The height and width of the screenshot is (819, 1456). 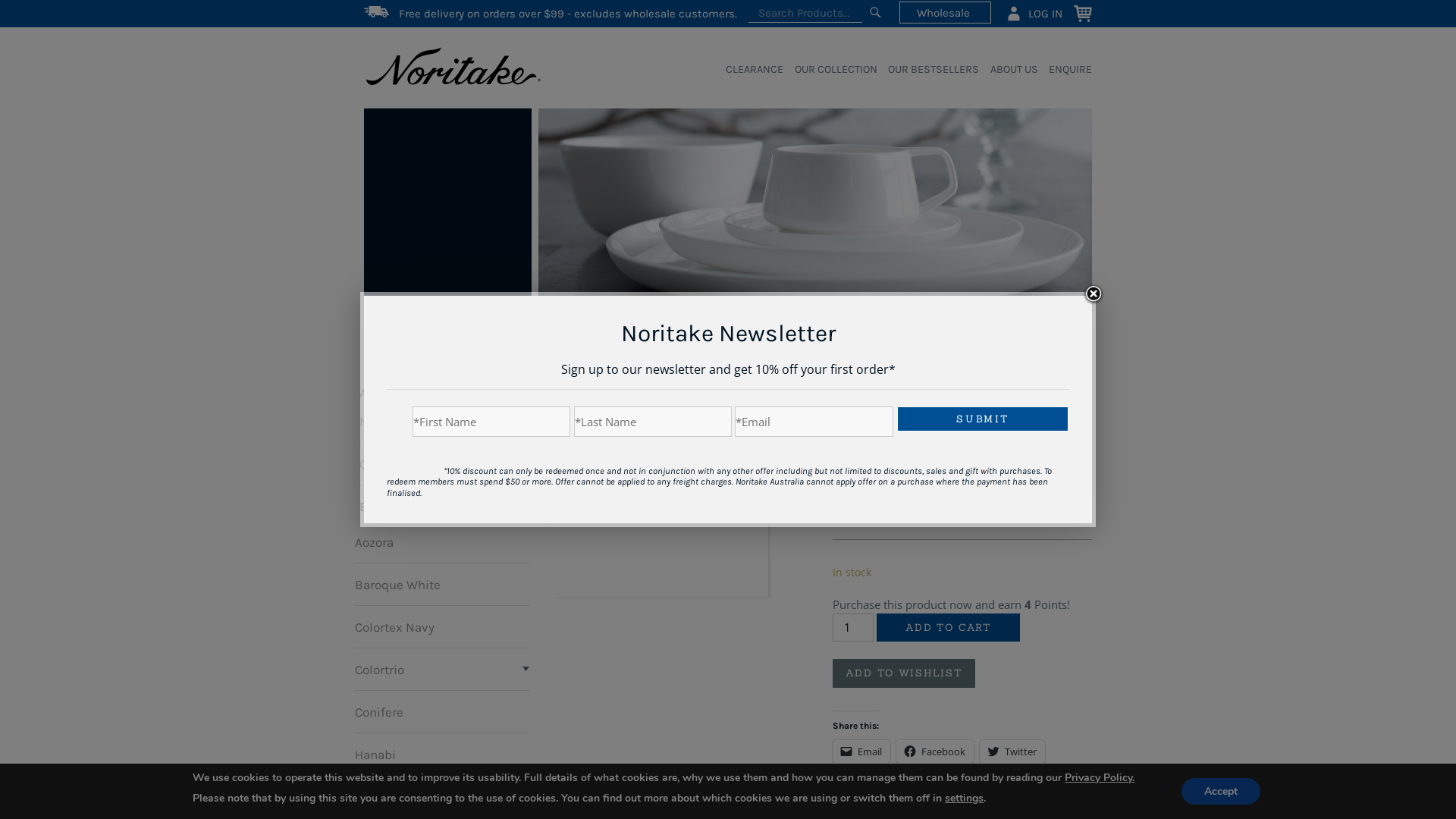 What do you see at coordinates (378, 711) in the screenshot?
I see `'Conifere'` at bounding box center [378, 711].